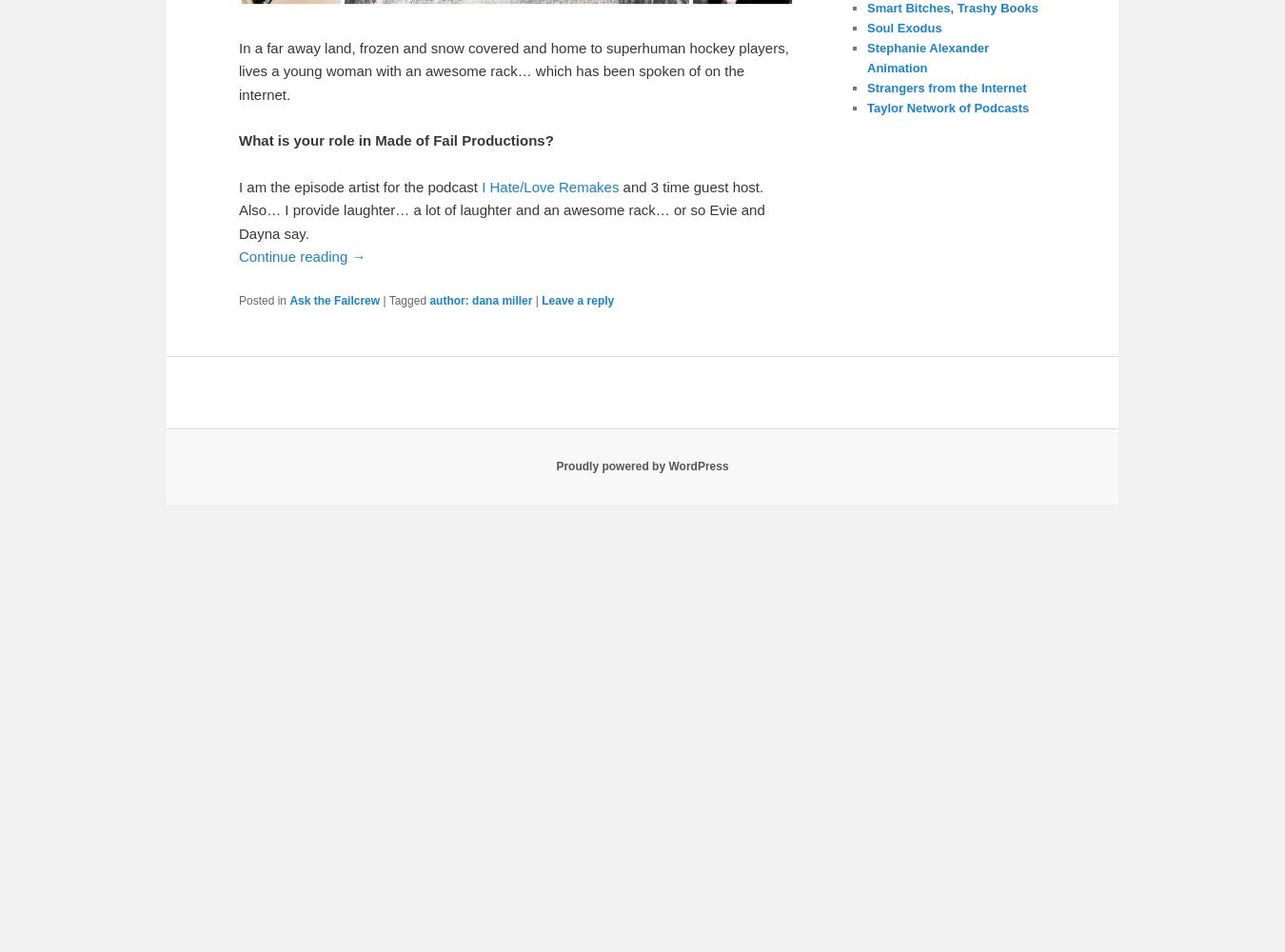 Image resolution: width=1285 pixels, height=952 pixels. What do you see at coordinates (902, 27) in the screenshot?
I see `'Soul Exodus'` at bounding box center [902, 27].